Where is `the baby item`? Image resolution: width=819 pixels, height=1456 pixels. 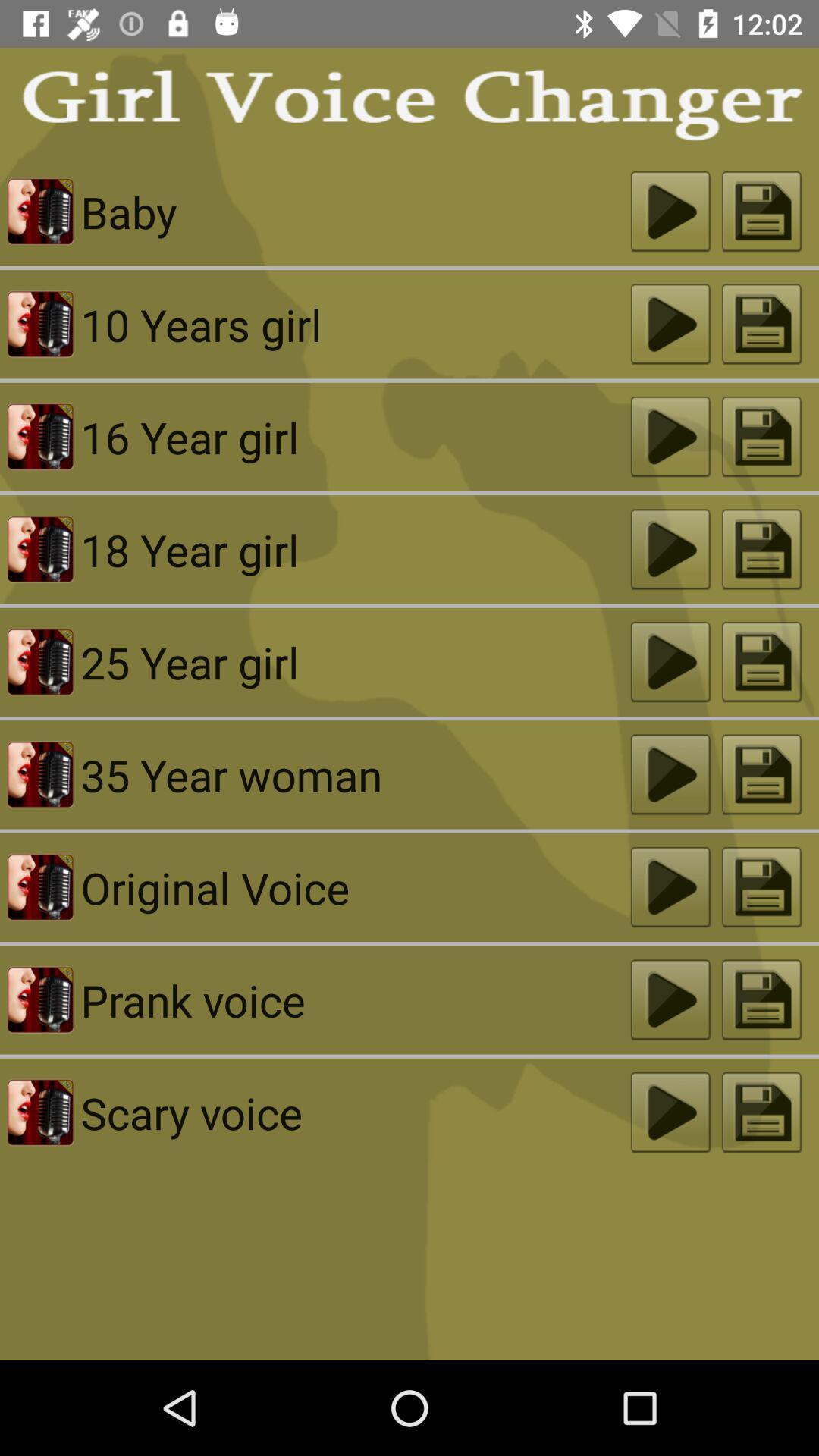
the baby item is located at coordinates (356, 211).